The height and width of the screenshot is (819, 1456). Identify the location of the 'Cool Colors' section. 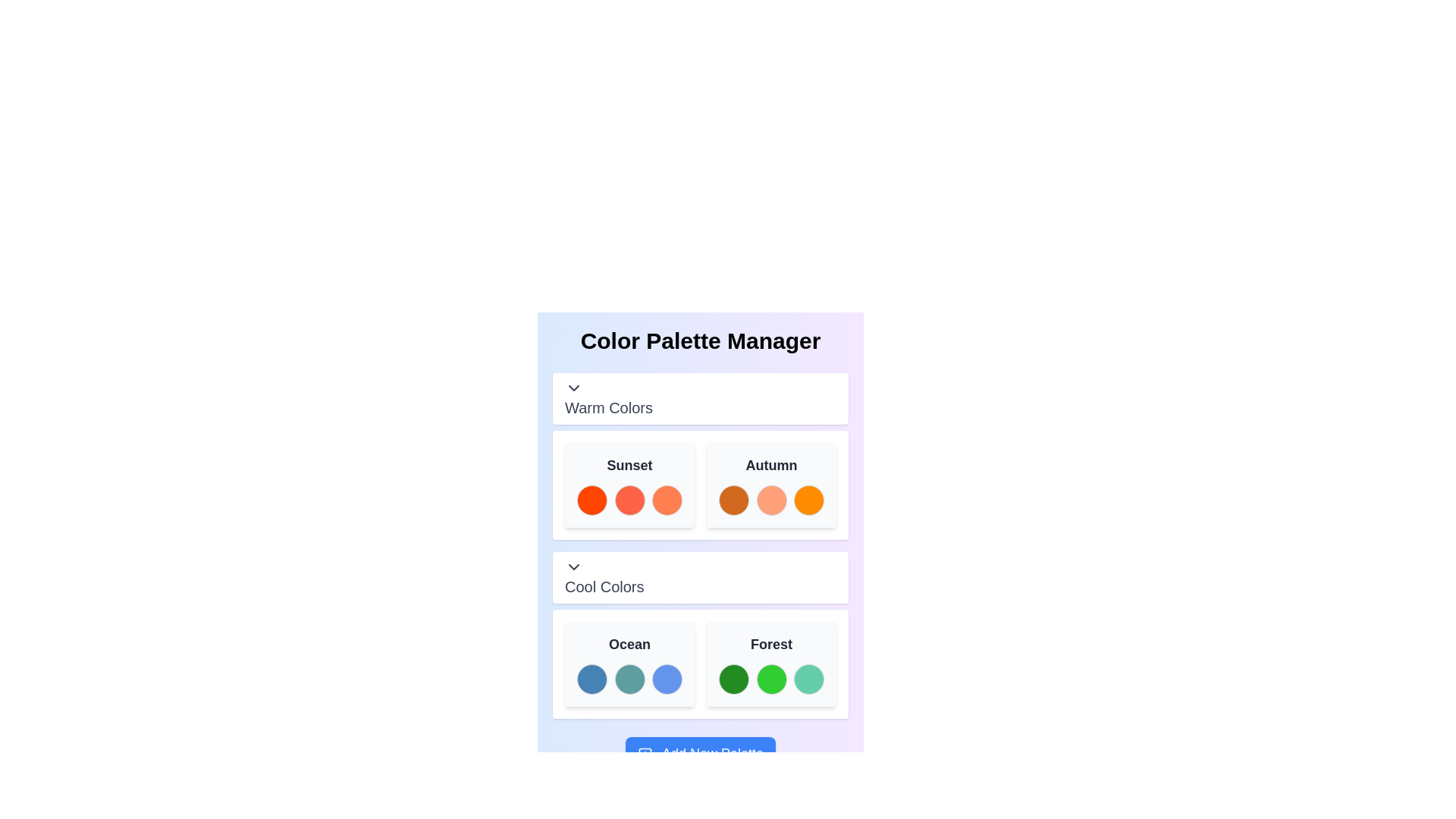
(700, 635).